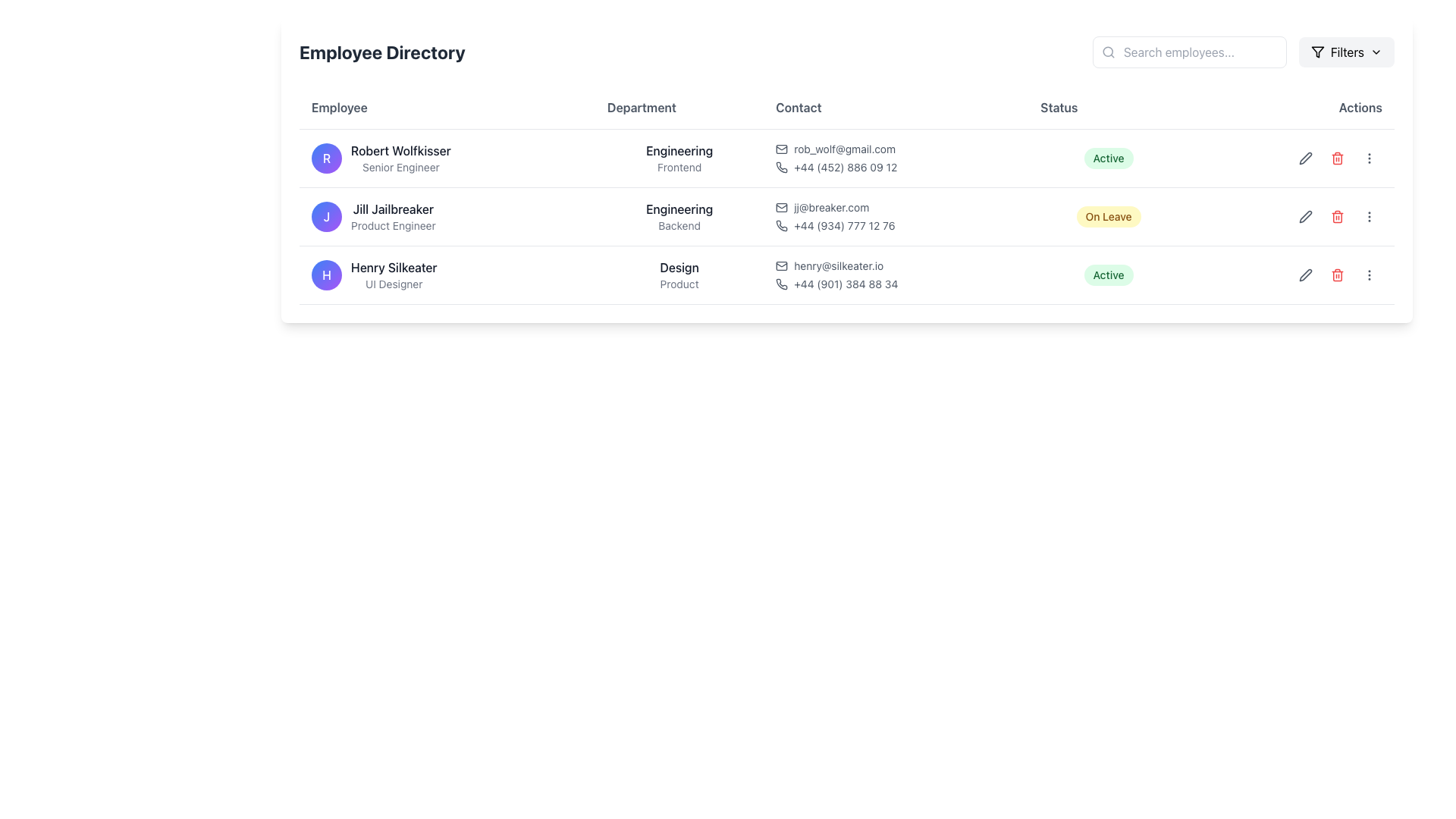 Image resolution: width=1456 pixels, height=819 pixels. Describe the element at coordinates (830, 207) in the screenshot. I see `email address displayed in the second row of the contact column in the table, which is next to an email icon` at that location.